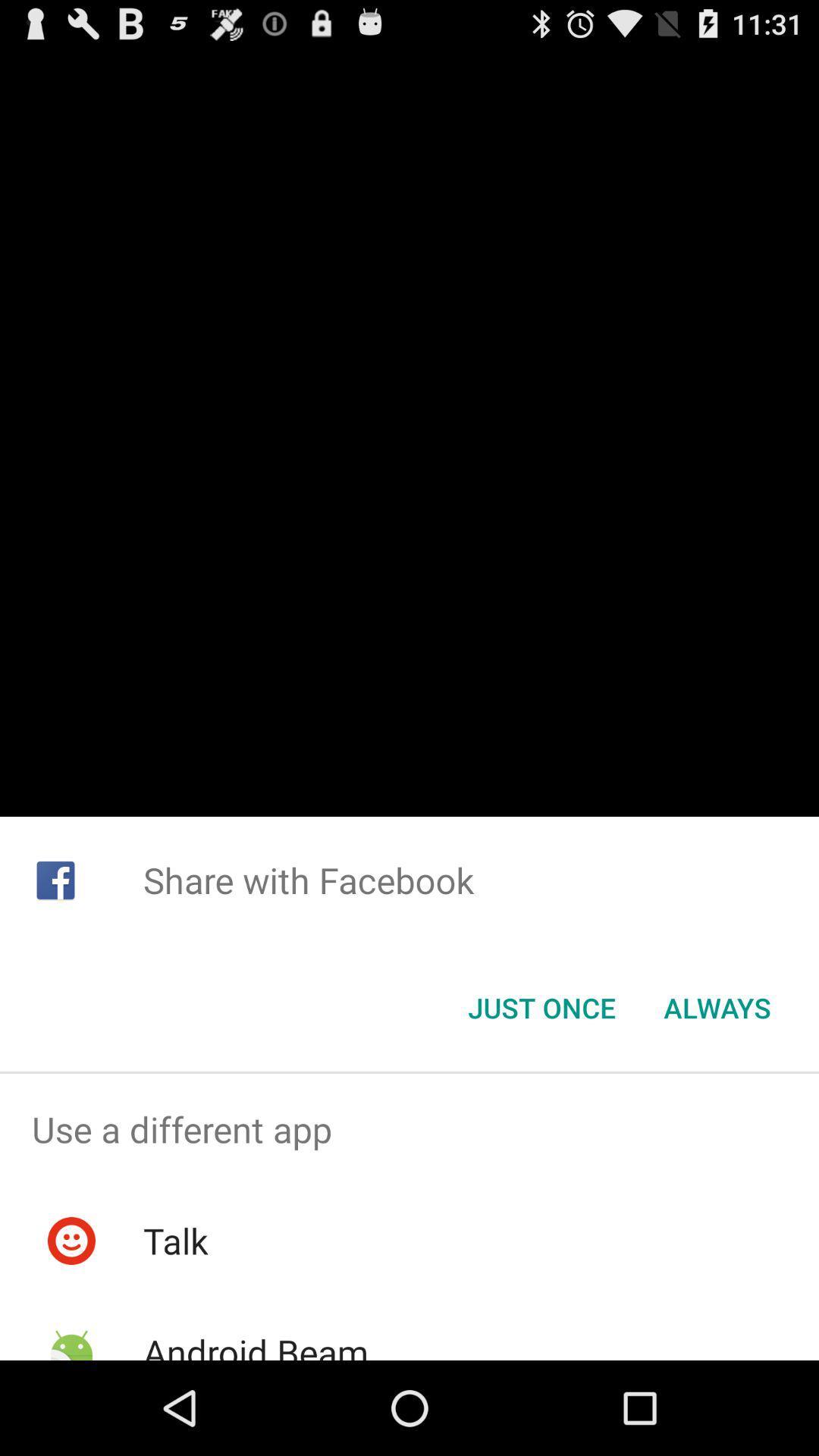 This screenshot has width=819, height=1456. What do you see at coordinates (255, 1344) in the screenshot?
I see `item below the talk item` at bounding box center [255, 1344].